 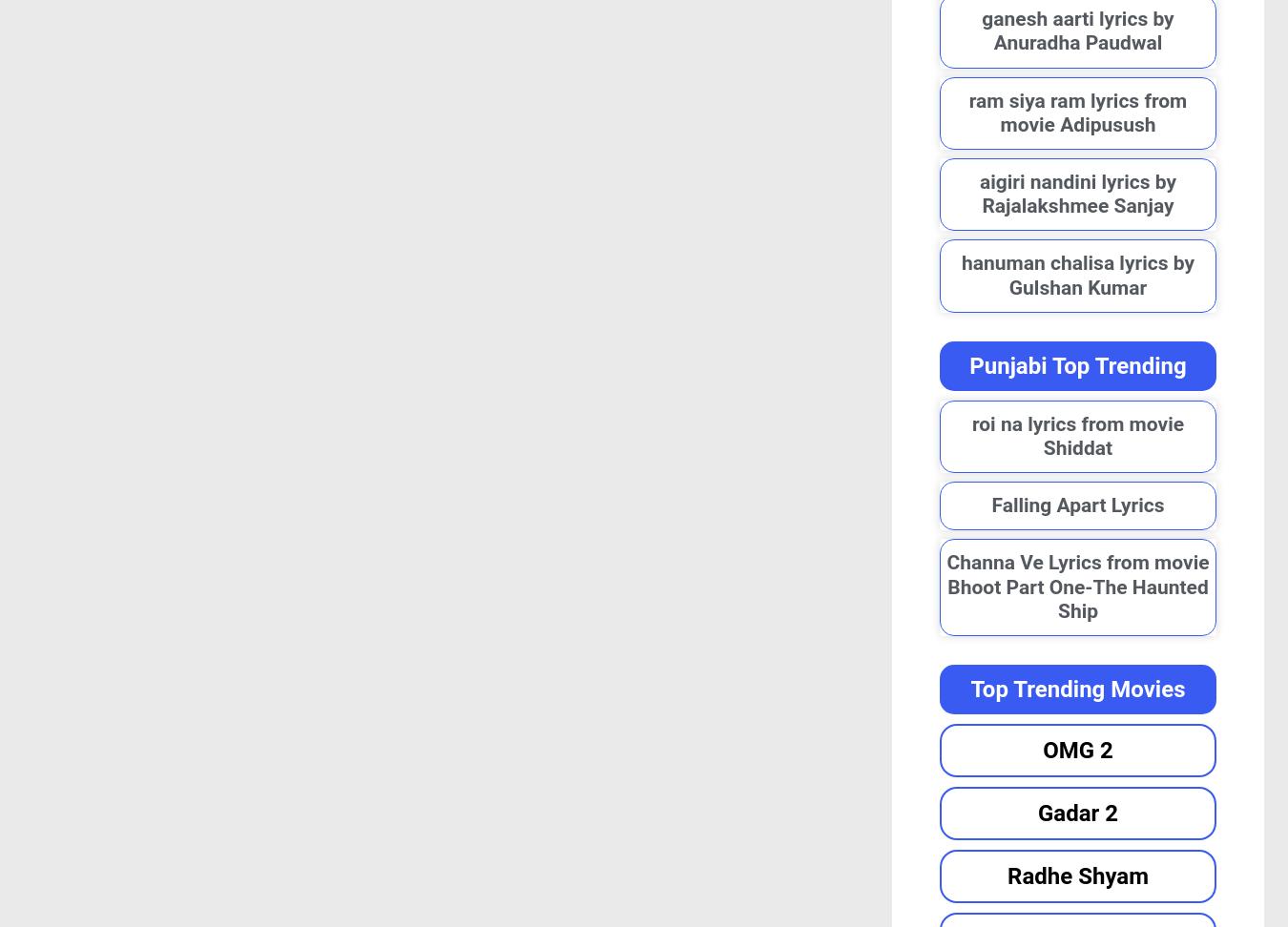 What do you see at coordinates (969, 688) in the screenshot?
I see `'Top Trending Movies'` at bounding box center [969, 688].